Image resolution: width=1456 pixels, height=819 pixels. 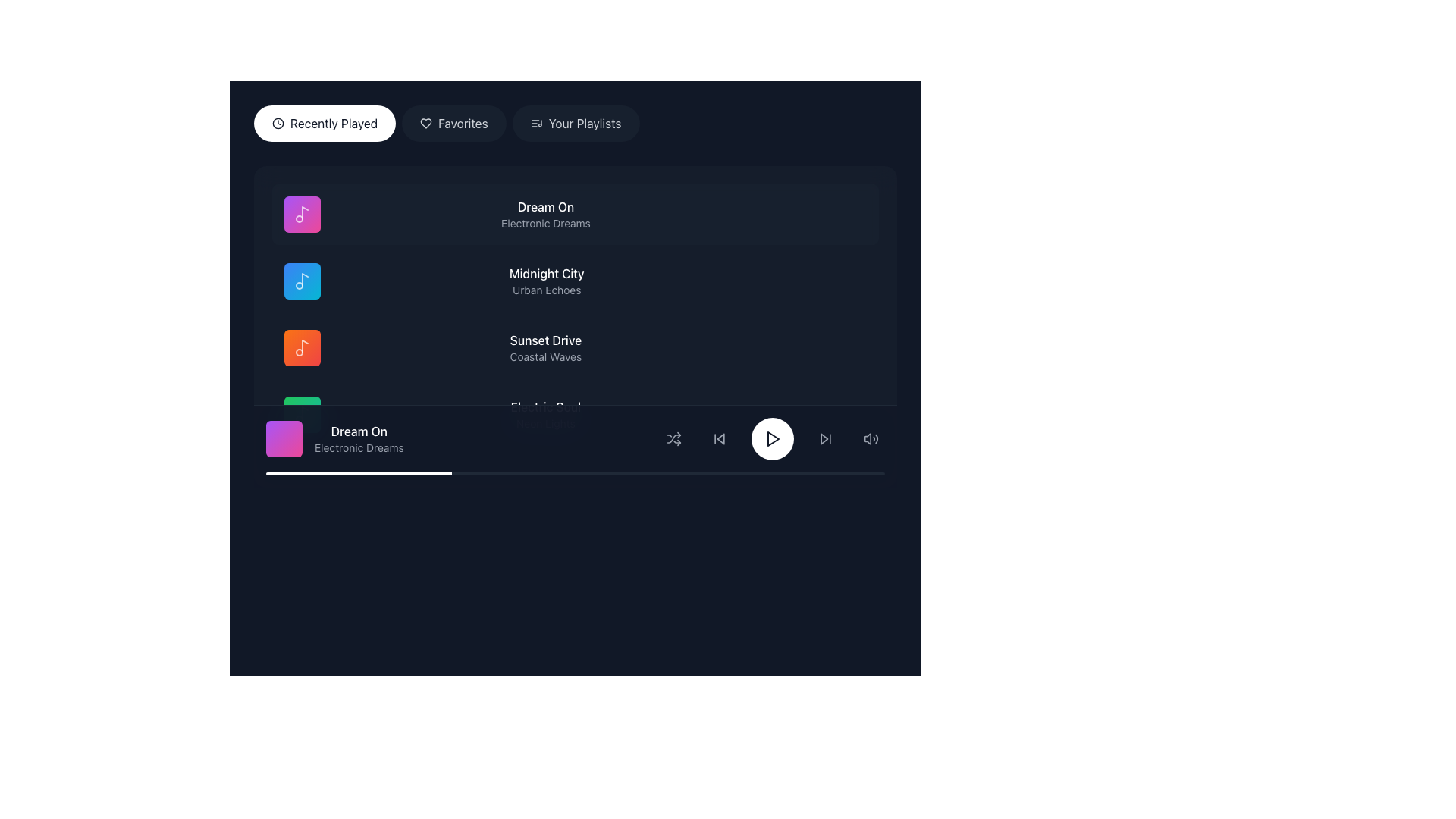 I want to click on the small music note icon representing a list, which is located to the left of the 'Your Playlists' button text, so click(x=536, y=122).